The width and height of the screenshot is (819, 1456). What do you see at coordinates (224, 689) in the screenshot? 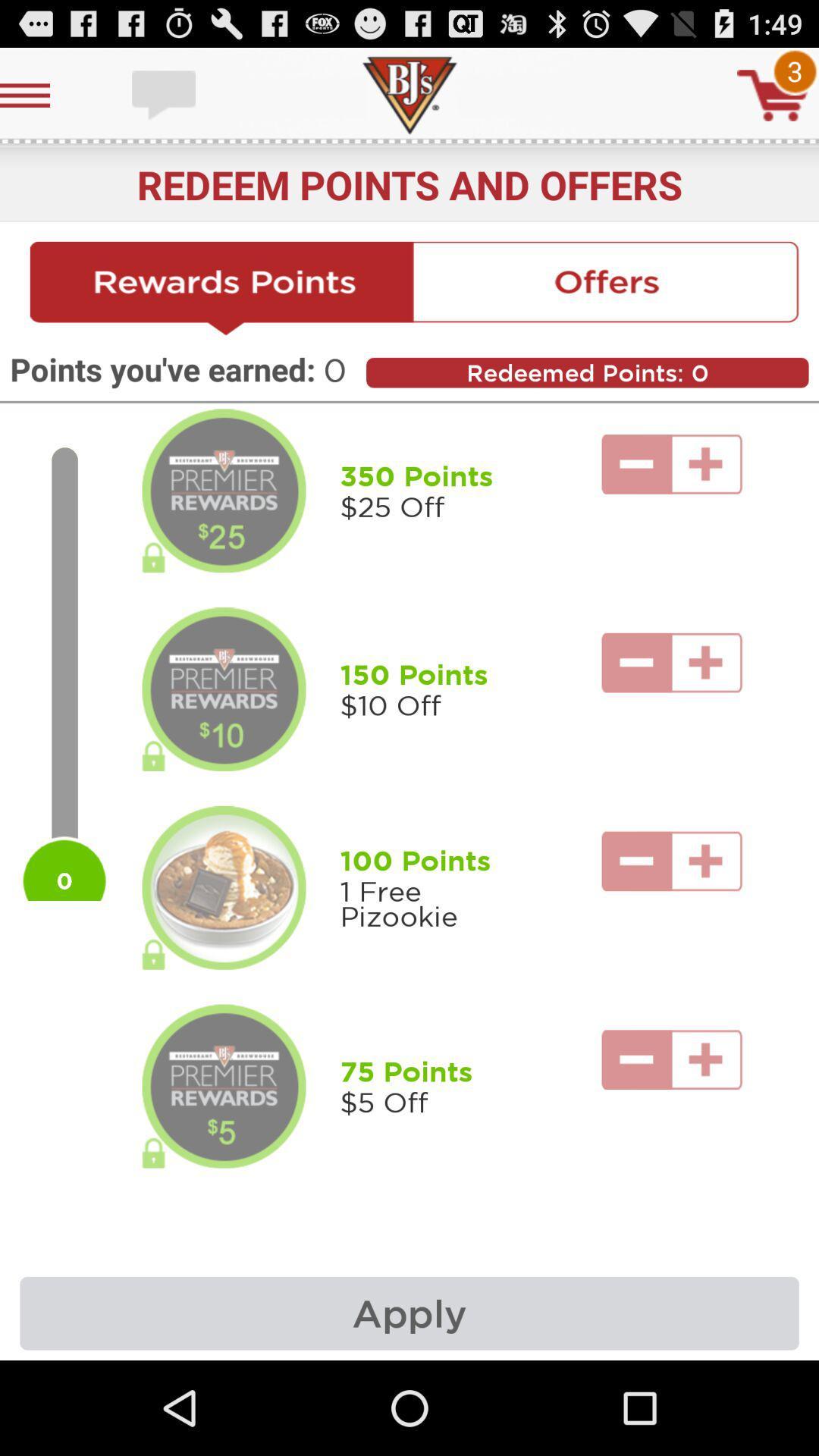
I see `rounded image` at bounding box center [224, 689].